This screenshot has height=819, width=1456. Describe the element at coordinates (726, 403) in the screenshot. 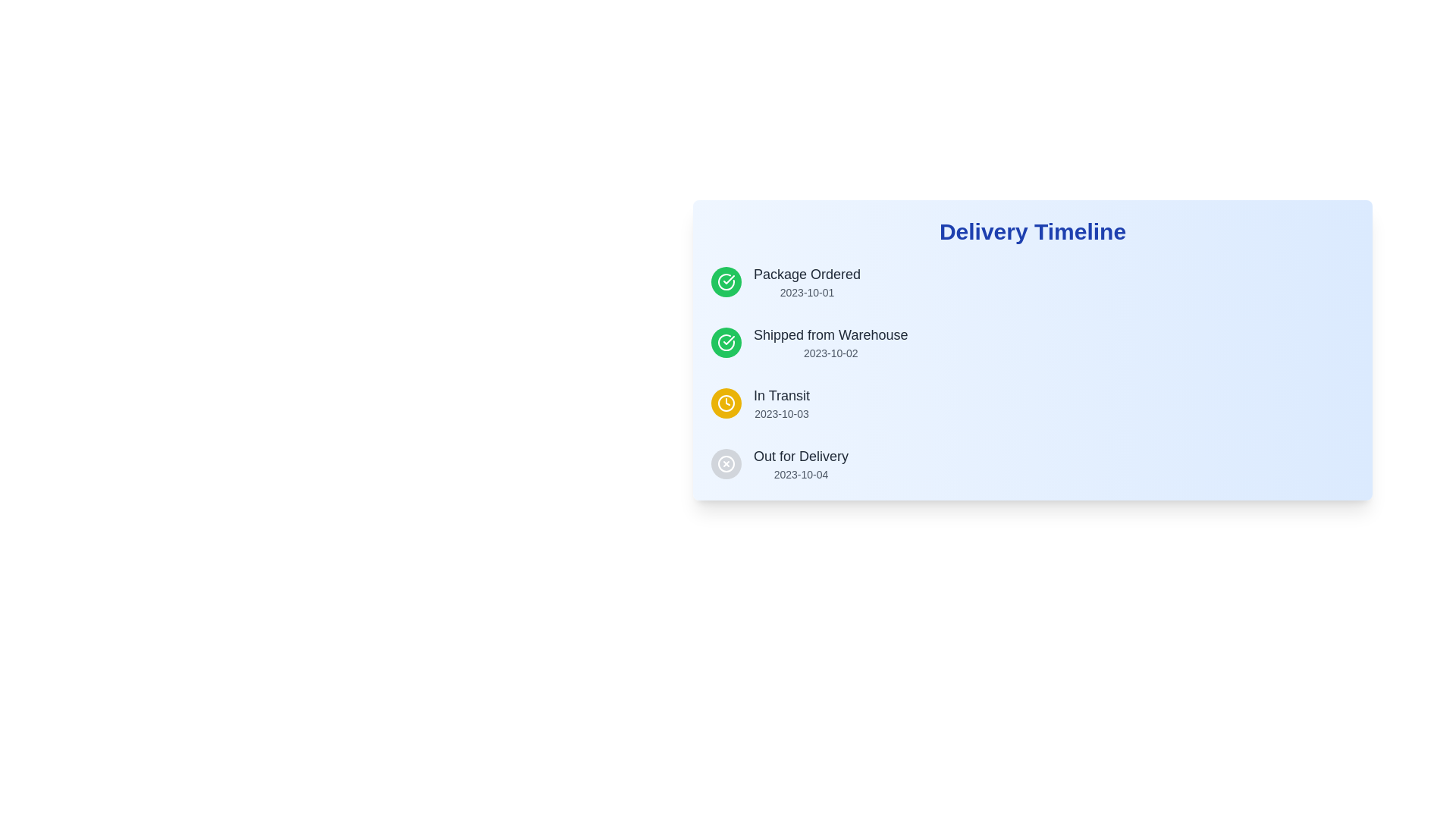

I see `the 'In Transit' status icon, which is the third icon in the vertical sequence of delivery timeline indicators, positioned to the left of the text 'In Transit' and '2023-10-03'` at that location.